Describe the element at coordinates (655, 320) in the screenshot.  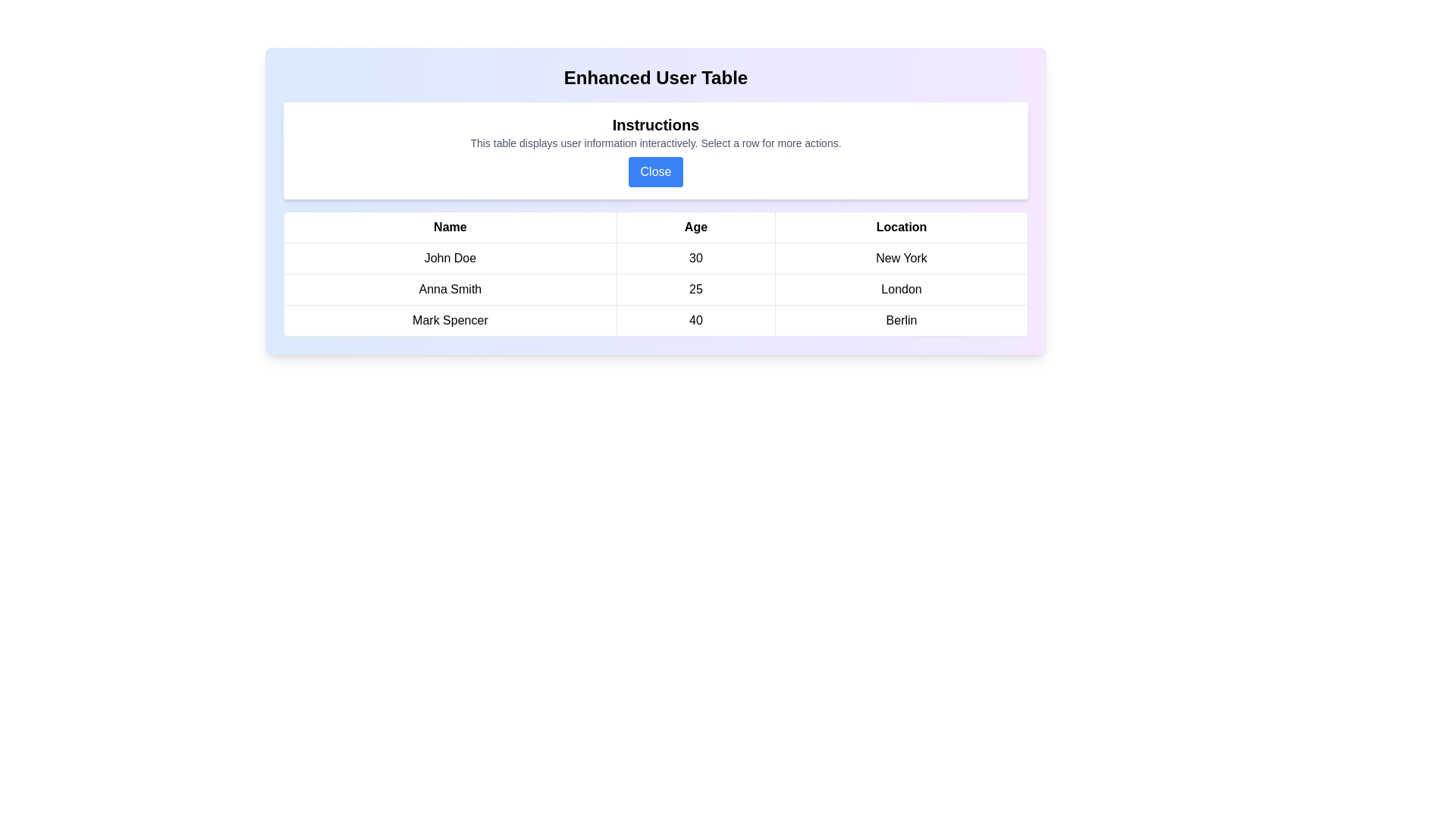
I see `the third row of the table displaying 'Mark Spencer', '40', and 'Berlin'` at that location.